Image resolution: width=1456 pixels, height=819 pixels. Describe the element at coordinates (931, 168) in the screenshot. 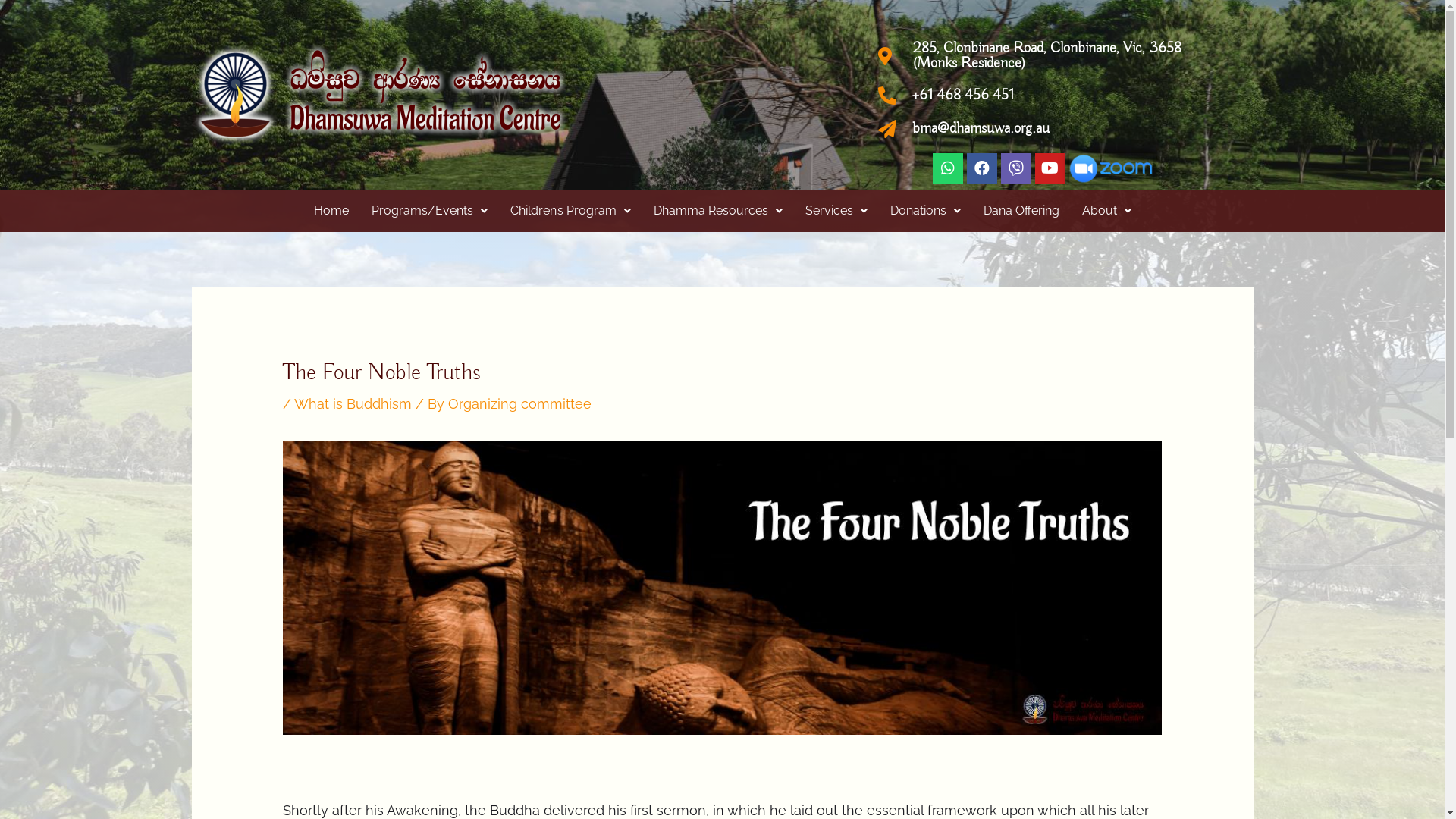

I see `'Whatsapp'` at that location.